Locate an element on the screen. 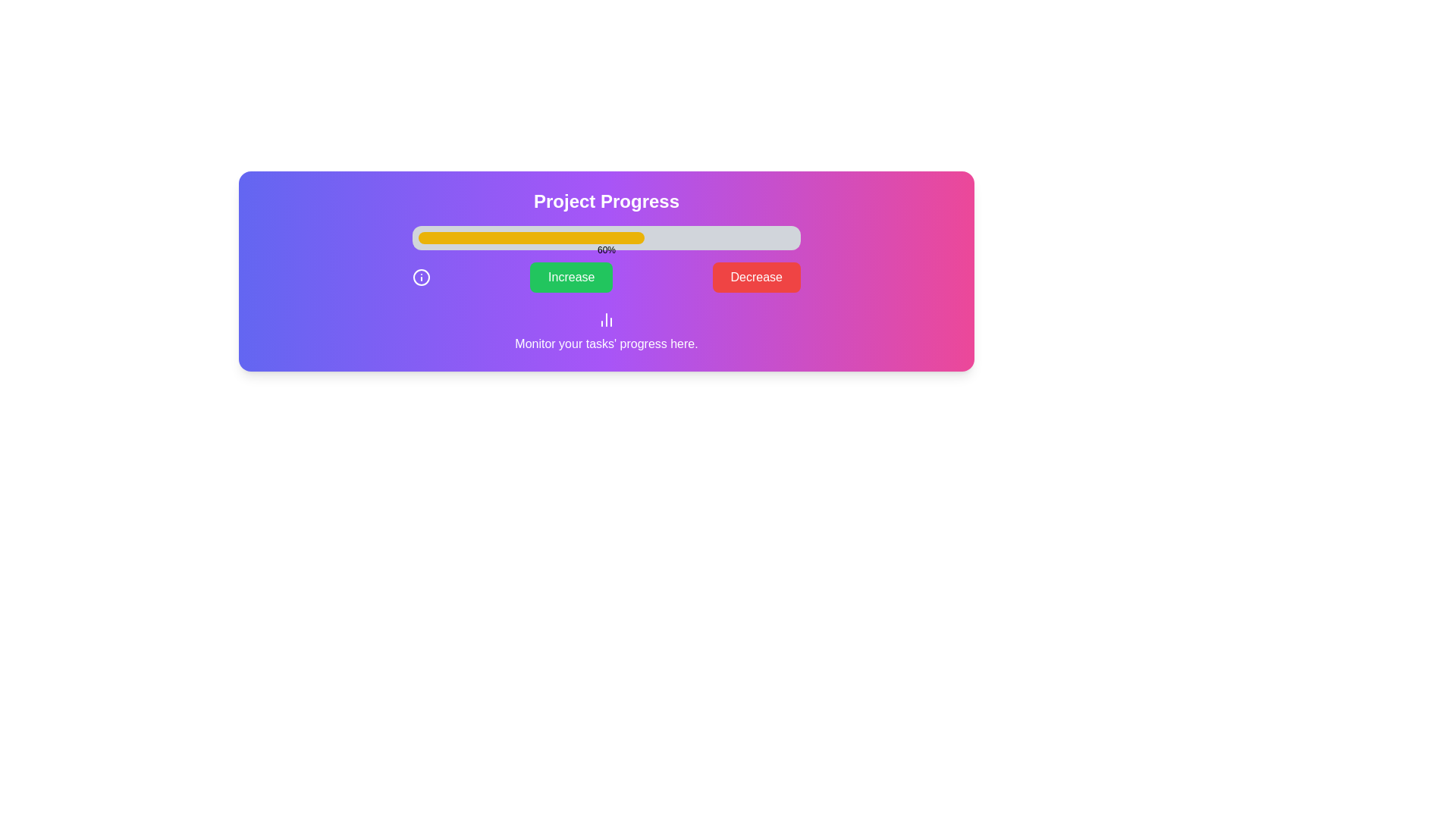  the text label that provides context for monitoring task progress, located at the bottom-center of the 'Project Progress' section, below the progress bar and the 'Increase' and 'Decrease' buttons is located at coordinates (607, 331).